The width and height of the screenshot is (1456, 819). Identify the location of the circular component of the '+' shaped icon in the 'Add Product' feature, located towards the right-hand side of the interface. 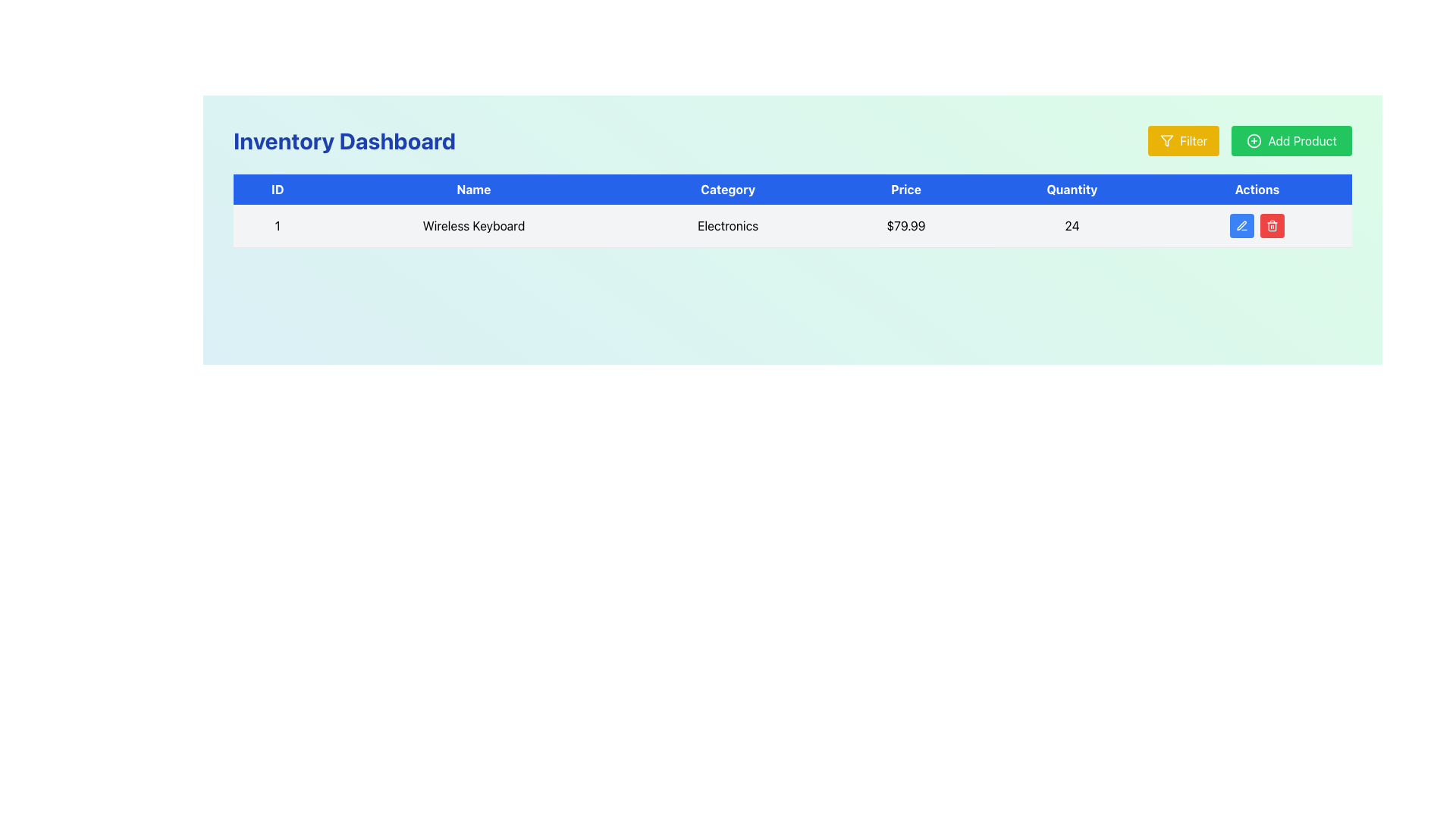
(1254, 140).